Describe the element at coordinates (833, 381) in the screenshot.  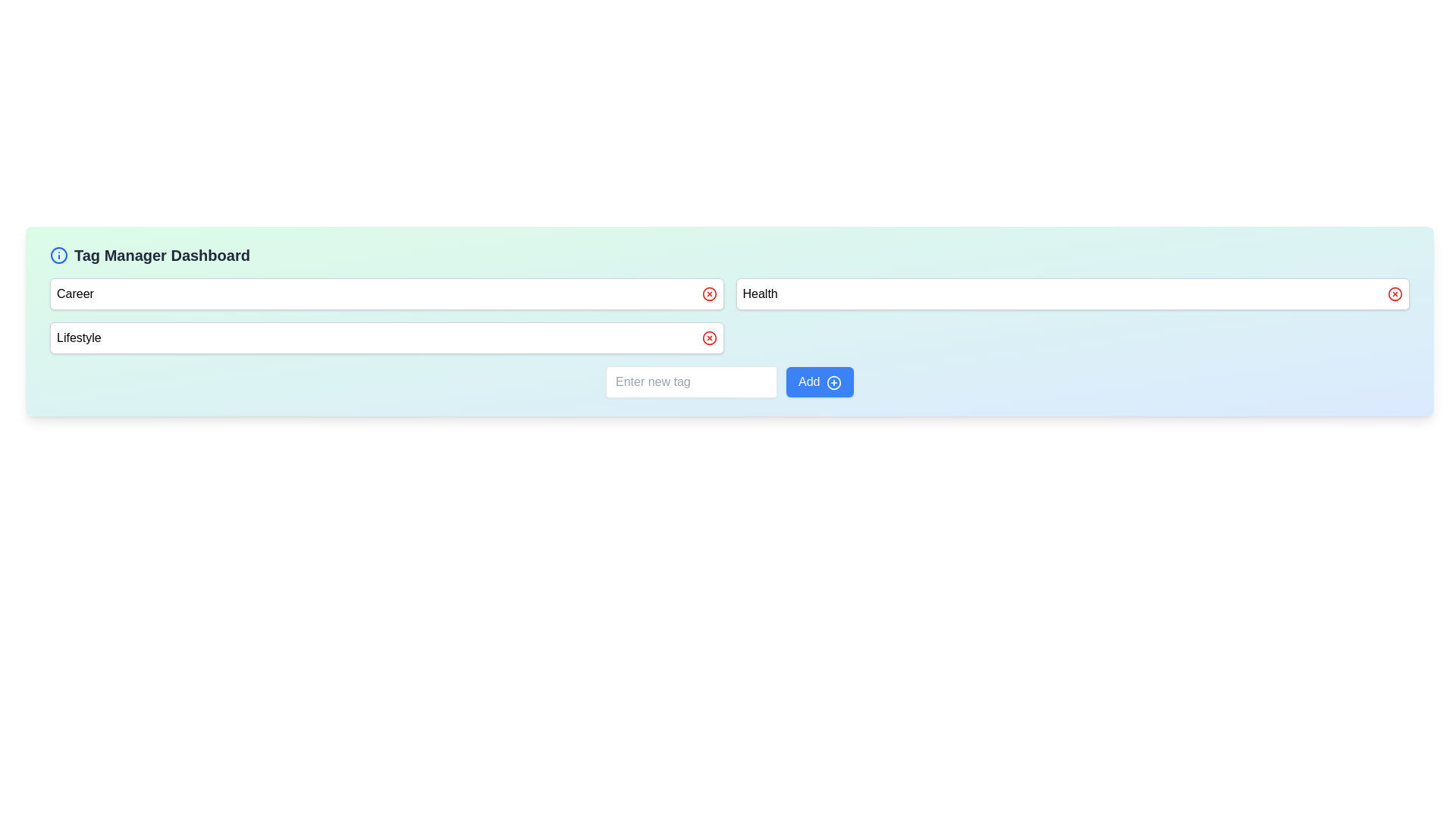
I see `the SVG Icon that signifies an action to add or create, located within the 'Add' button in the bottom right of the interface` at that location.